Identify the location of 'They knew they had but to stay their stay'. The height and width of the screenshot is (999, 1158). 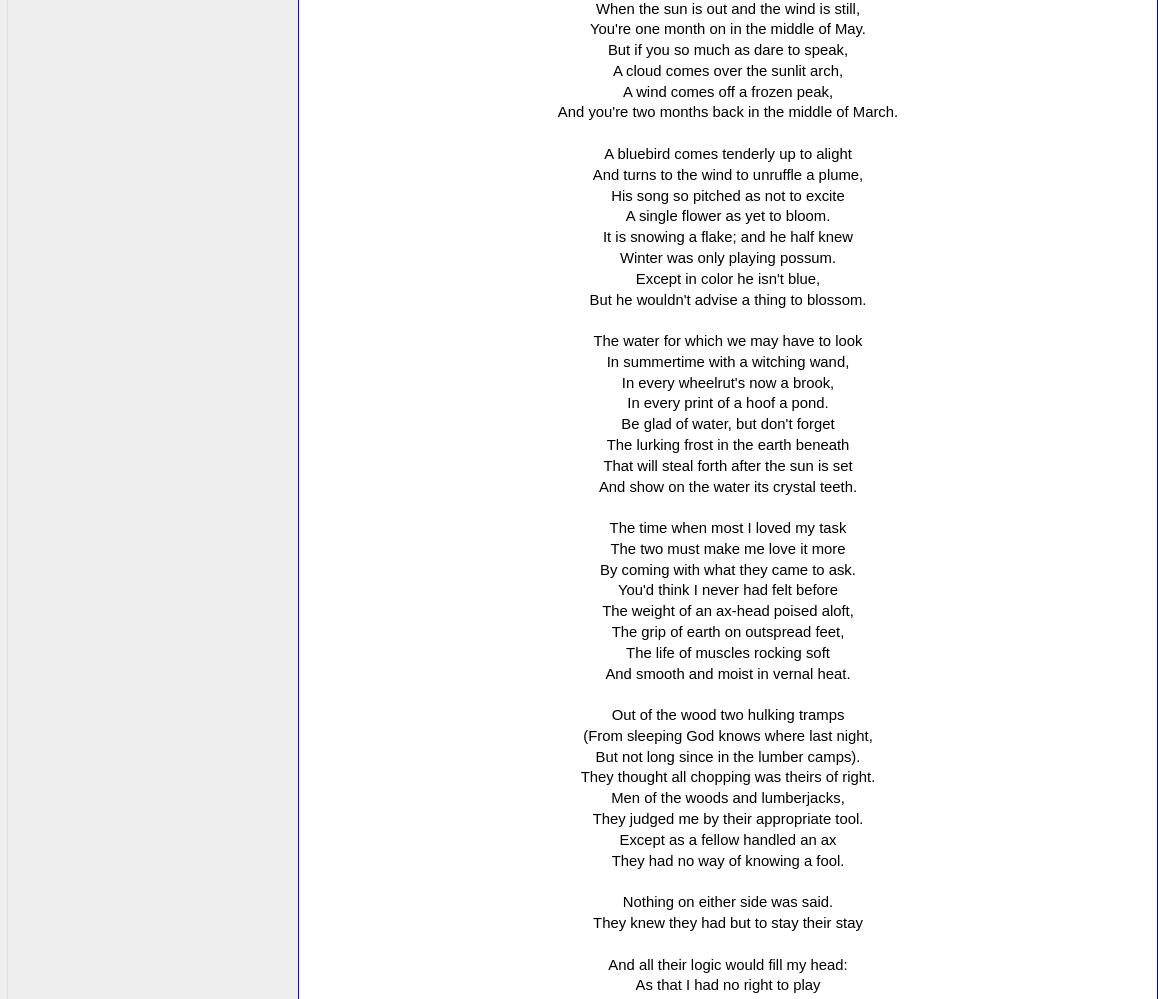
(726, 921).